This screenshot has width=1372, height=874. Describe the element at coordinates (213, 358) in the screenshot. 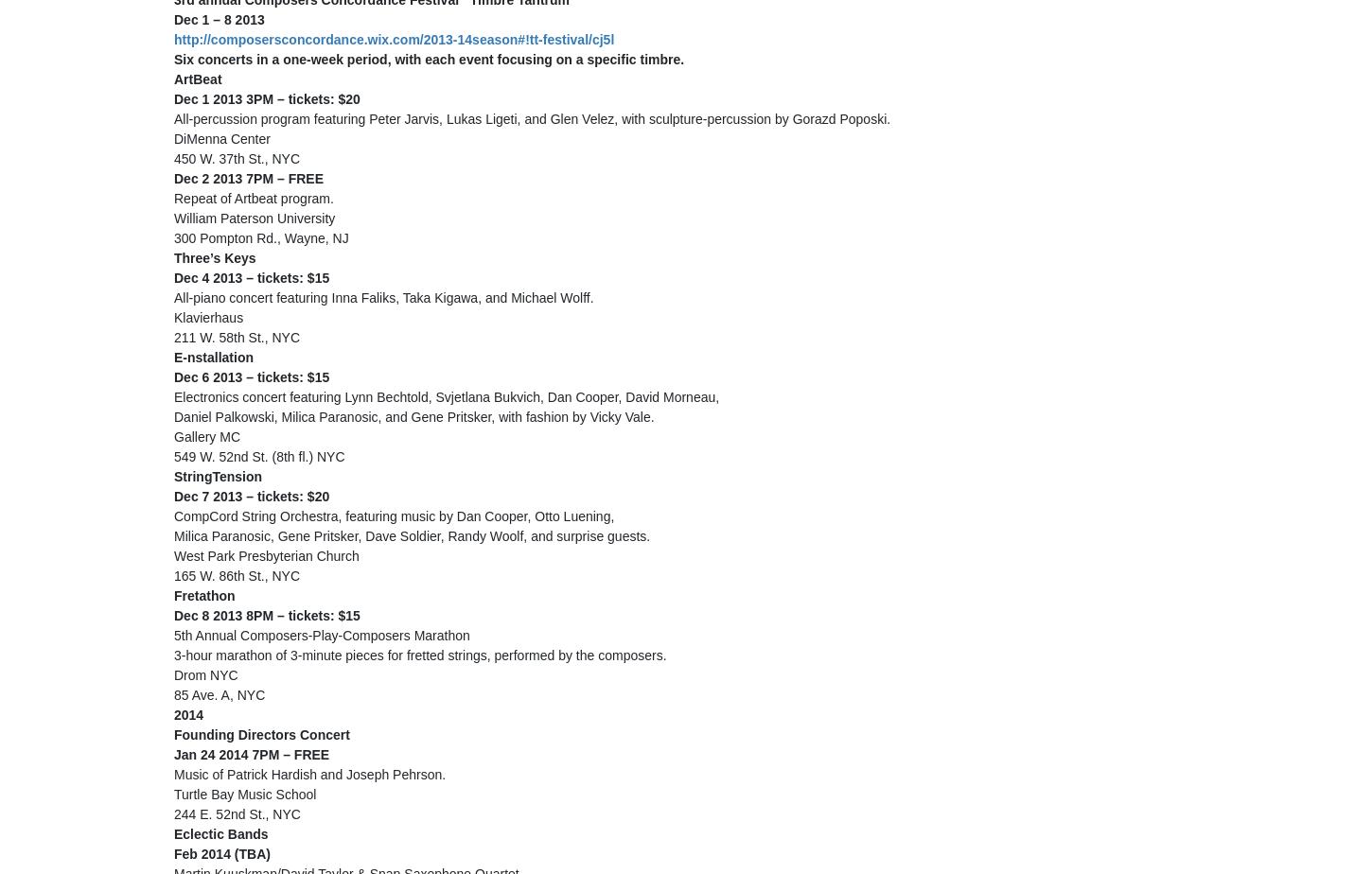

I see `'E-nstallation'` at that location.